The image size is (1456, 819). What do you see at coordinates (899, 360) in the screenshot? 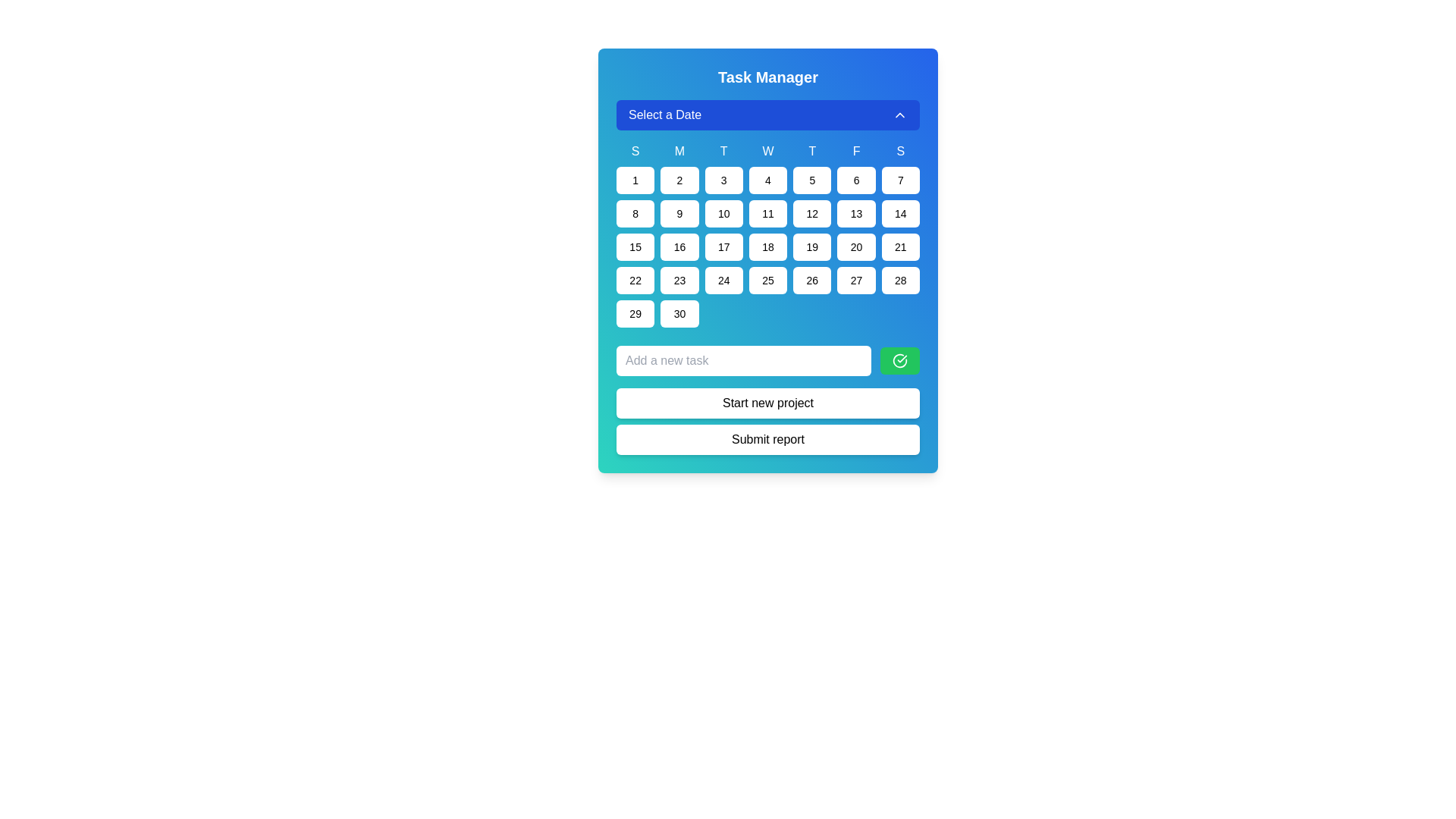
I see `the circular checkmark icon element, which is part of a green button located at the far-right side of the 'Add a new task' input field` at bounding box center [899, 360].